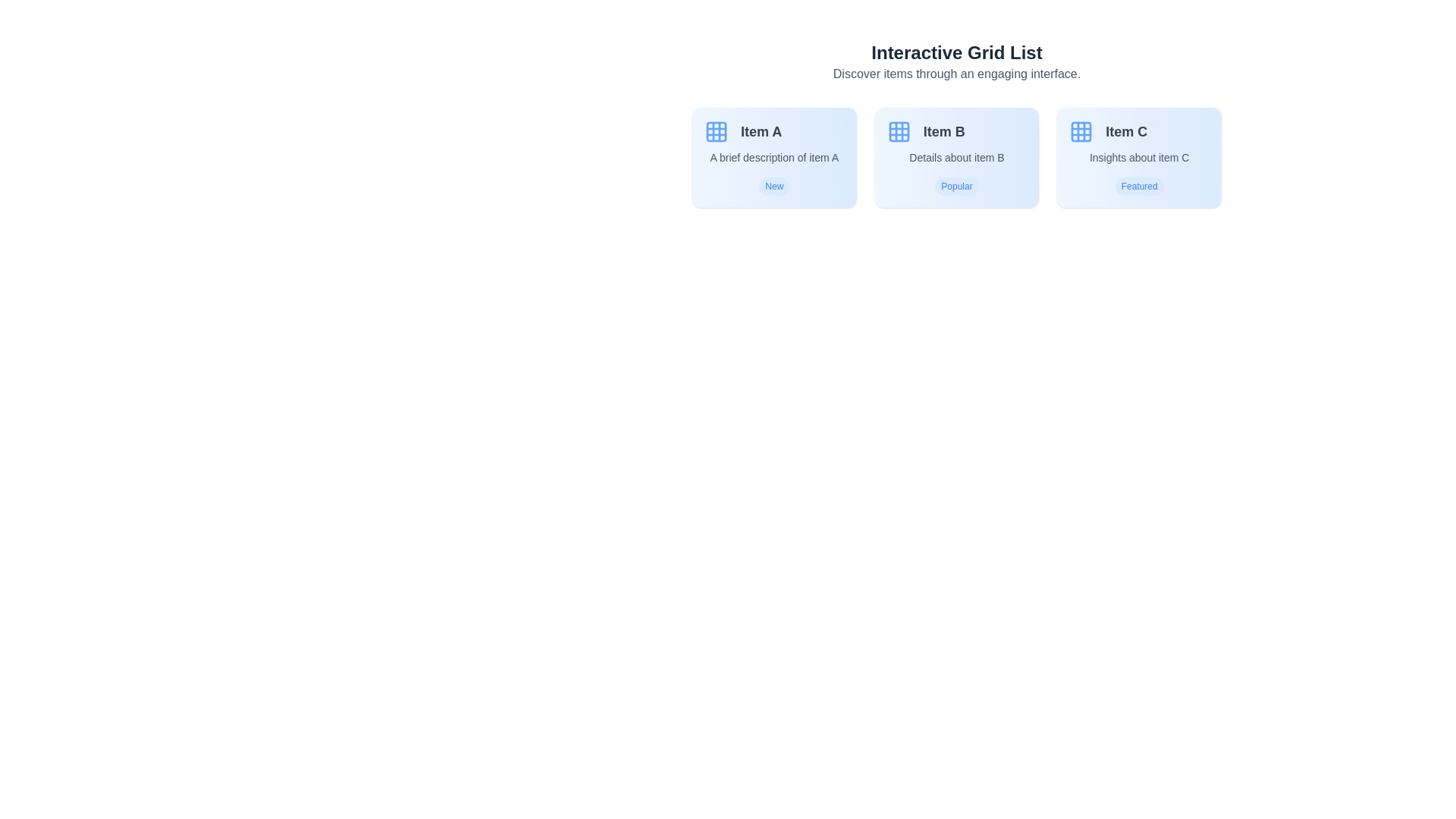 This screenshot has width=1456, height=819. I want to click on the tag associated with Item A to view its details, so click(774, 186).